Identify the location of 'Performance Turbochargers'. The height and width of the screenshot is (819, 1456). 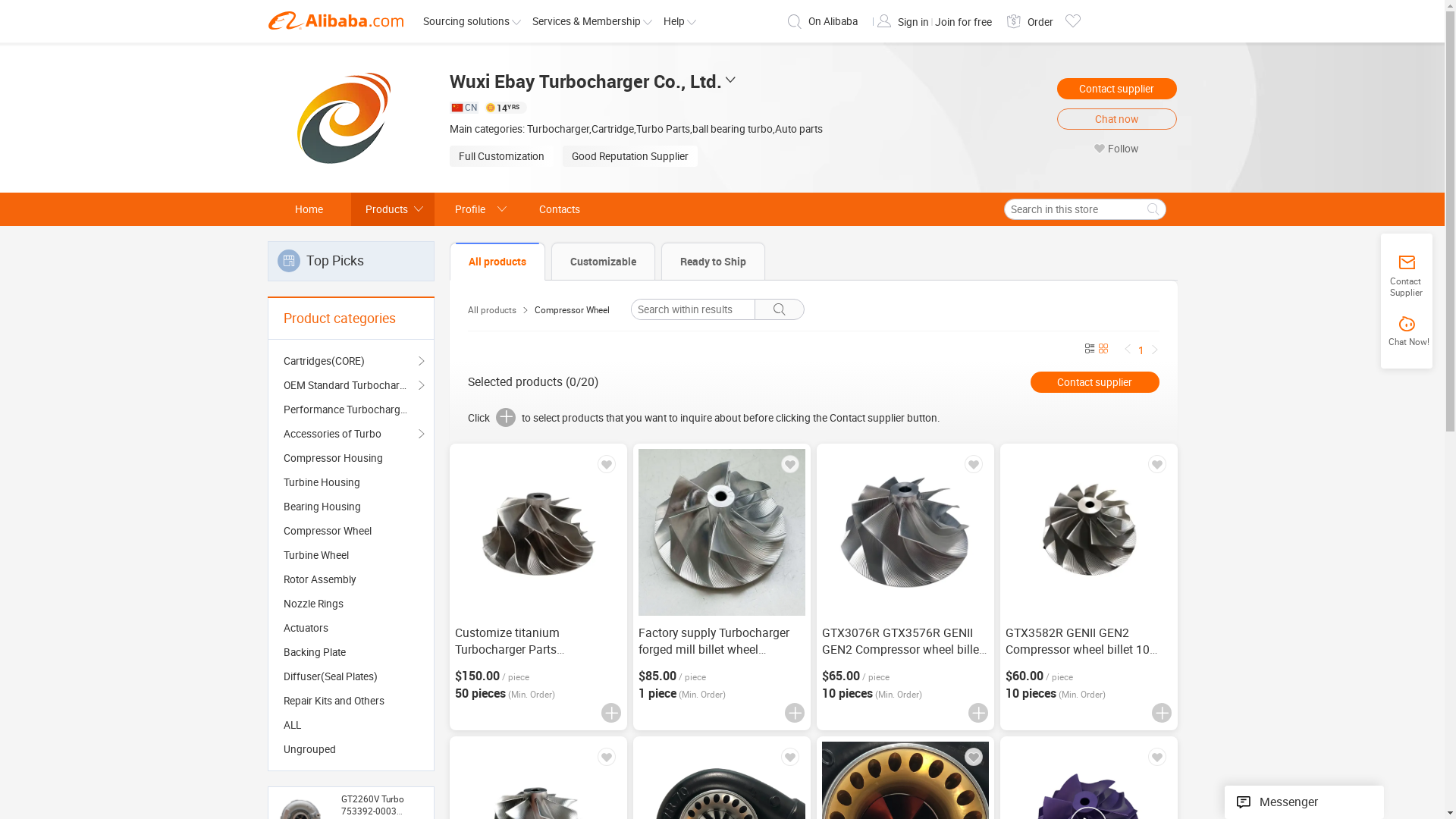
(350, 409).